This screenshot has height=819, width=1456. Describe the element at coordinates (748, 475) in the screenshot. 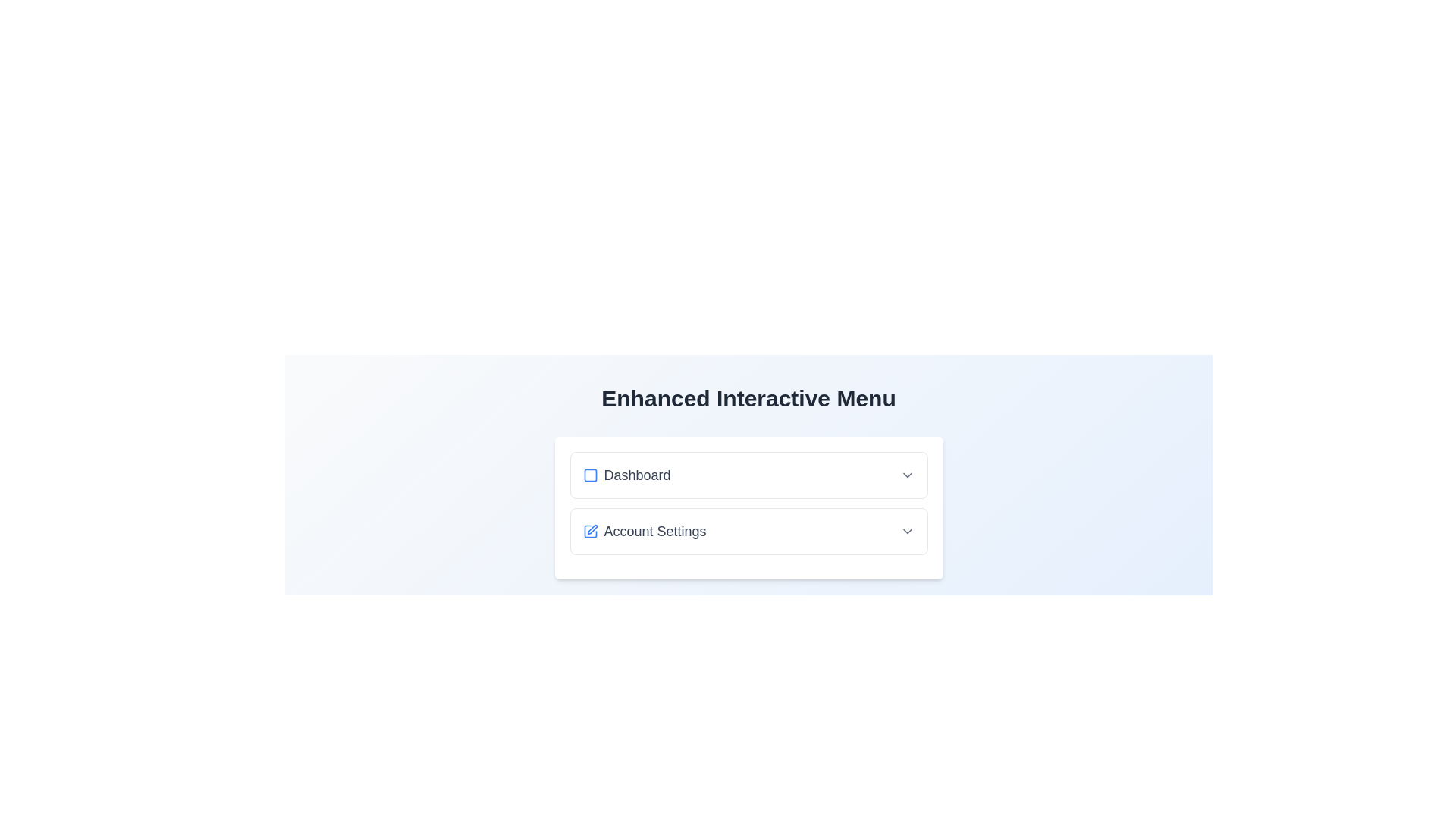

I see `the Interactive button with dropdown located at the top-center of the interface` at that location.